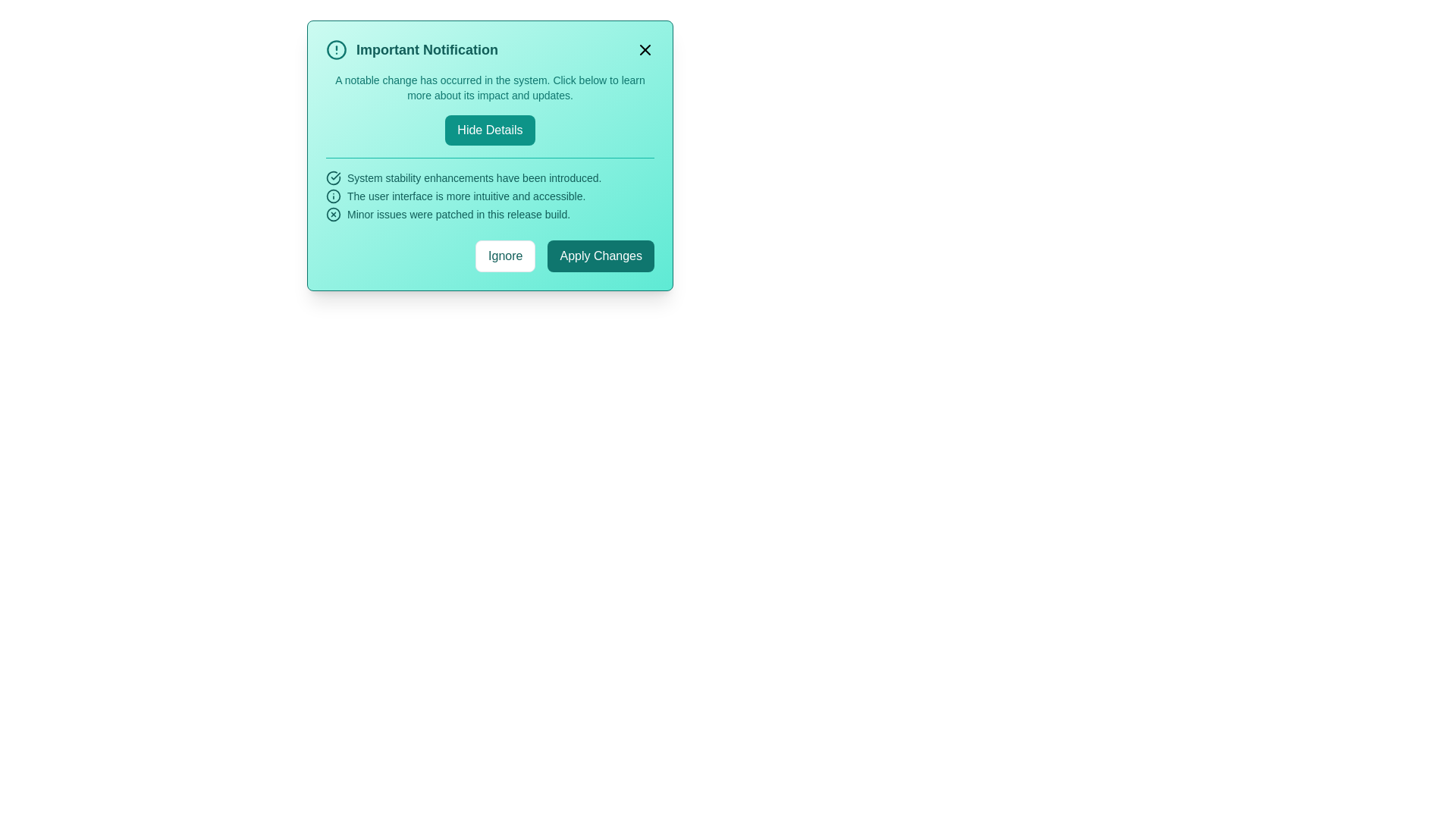  Describe the element at coordinates (333, 195) in the screenshot. I see `the circular icon with a thin outline enclosing an exclamation mark, located to the left of the text describing user interface features` at that location.